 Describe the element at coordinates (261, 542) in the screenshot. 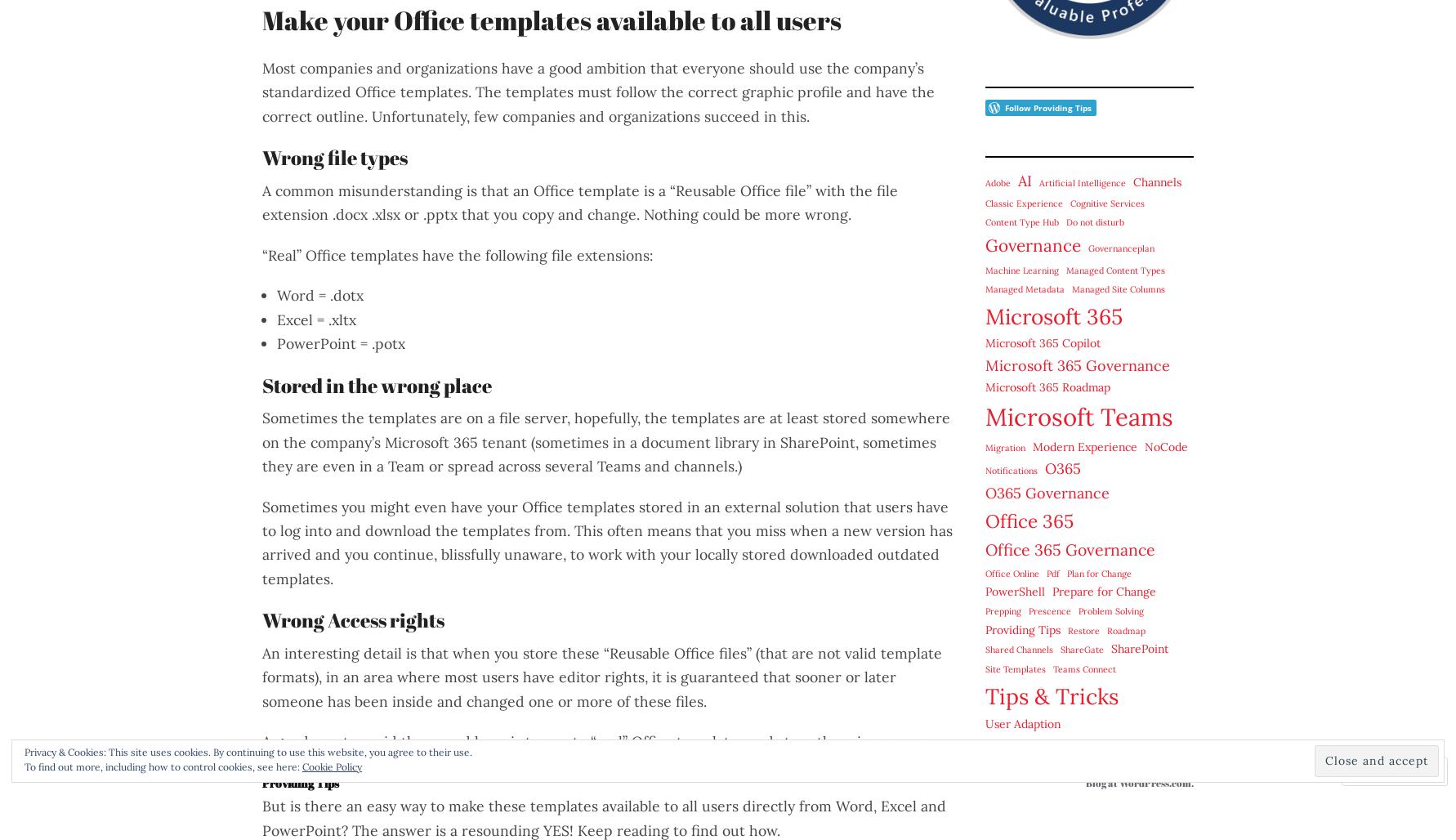

I see `'Sometimes you might even have your Office templates stored in an external solution that users have to log into and download the templates from. This often means that you miss when a new version has arrived and you continue, blissfully unaware, to work with your locally stored downloaded outdated templates.'` at that location.